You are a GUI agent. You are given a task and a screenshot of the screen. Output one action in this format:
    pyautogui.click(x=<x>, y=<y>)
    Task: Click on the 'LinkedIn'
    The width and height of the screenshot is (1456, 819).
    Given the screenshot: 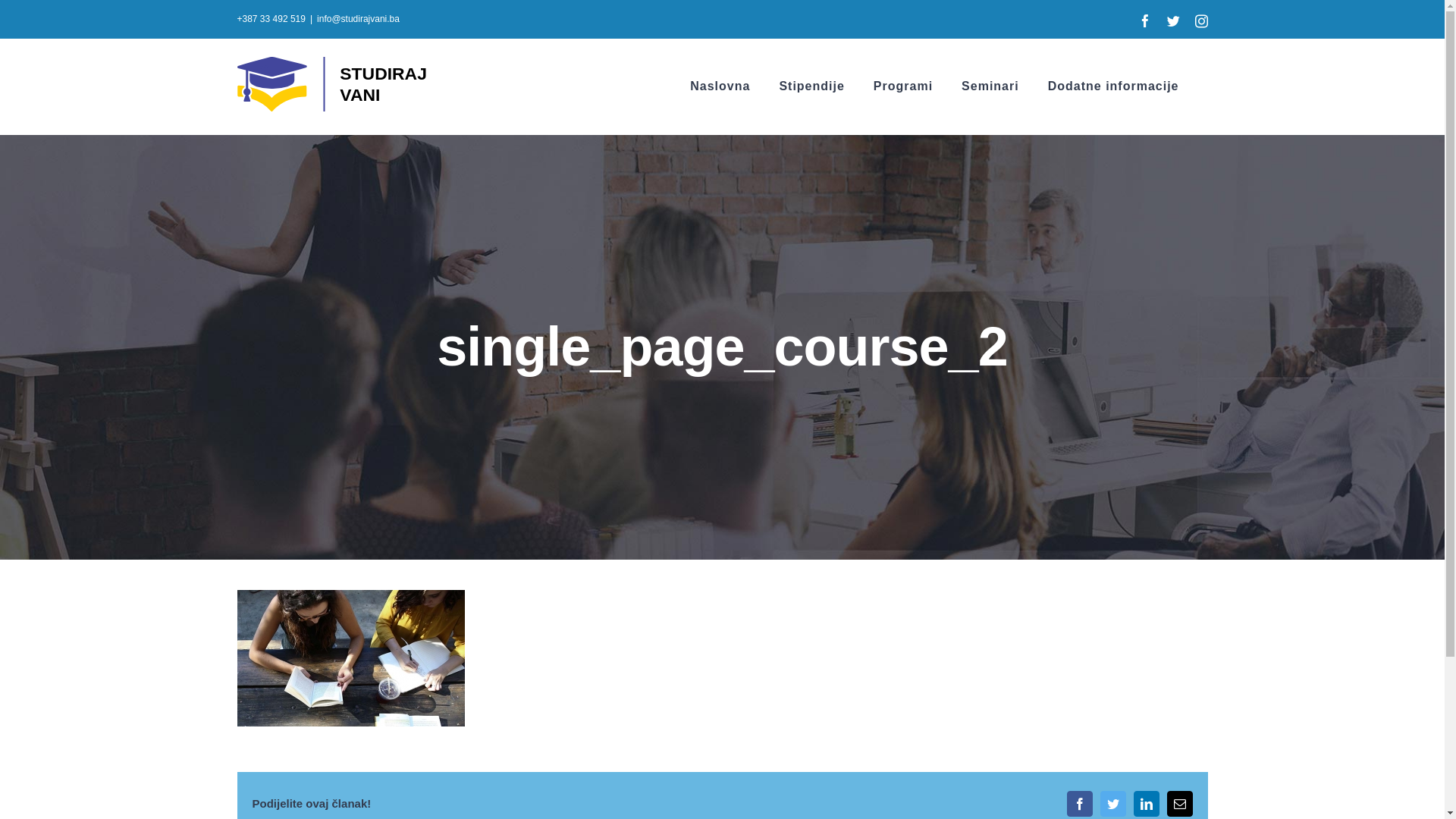 What is the action you would take?
    pyautogui.click(x=1146, y=803)
    